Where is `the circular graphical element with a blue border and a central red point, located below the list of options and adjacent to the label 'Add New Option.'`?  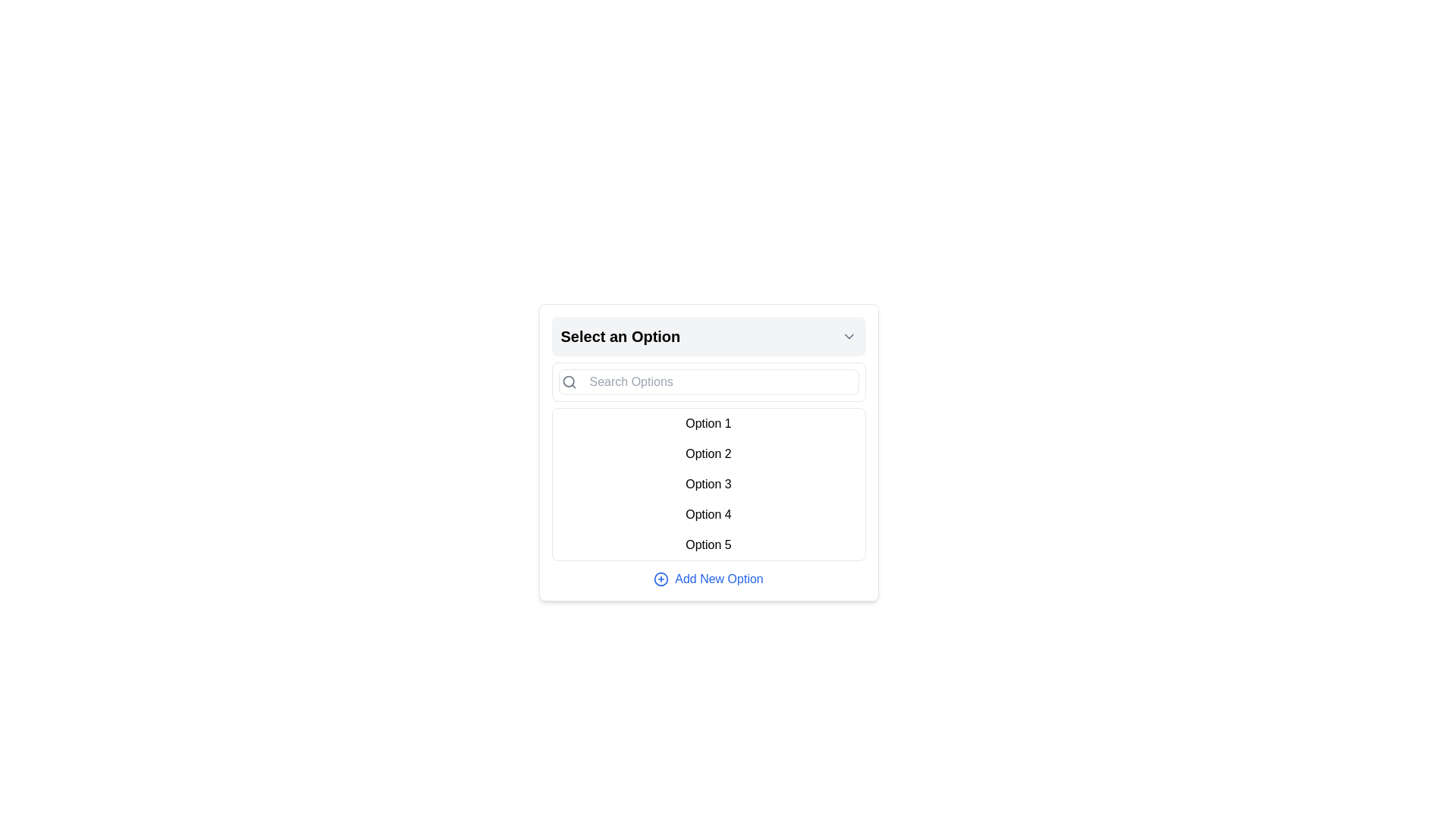
the circular graphical element with a blue border and a central red point, located below the list of options and adjacent to the label 'Add New Option.' is located at coordinates (661, 579).